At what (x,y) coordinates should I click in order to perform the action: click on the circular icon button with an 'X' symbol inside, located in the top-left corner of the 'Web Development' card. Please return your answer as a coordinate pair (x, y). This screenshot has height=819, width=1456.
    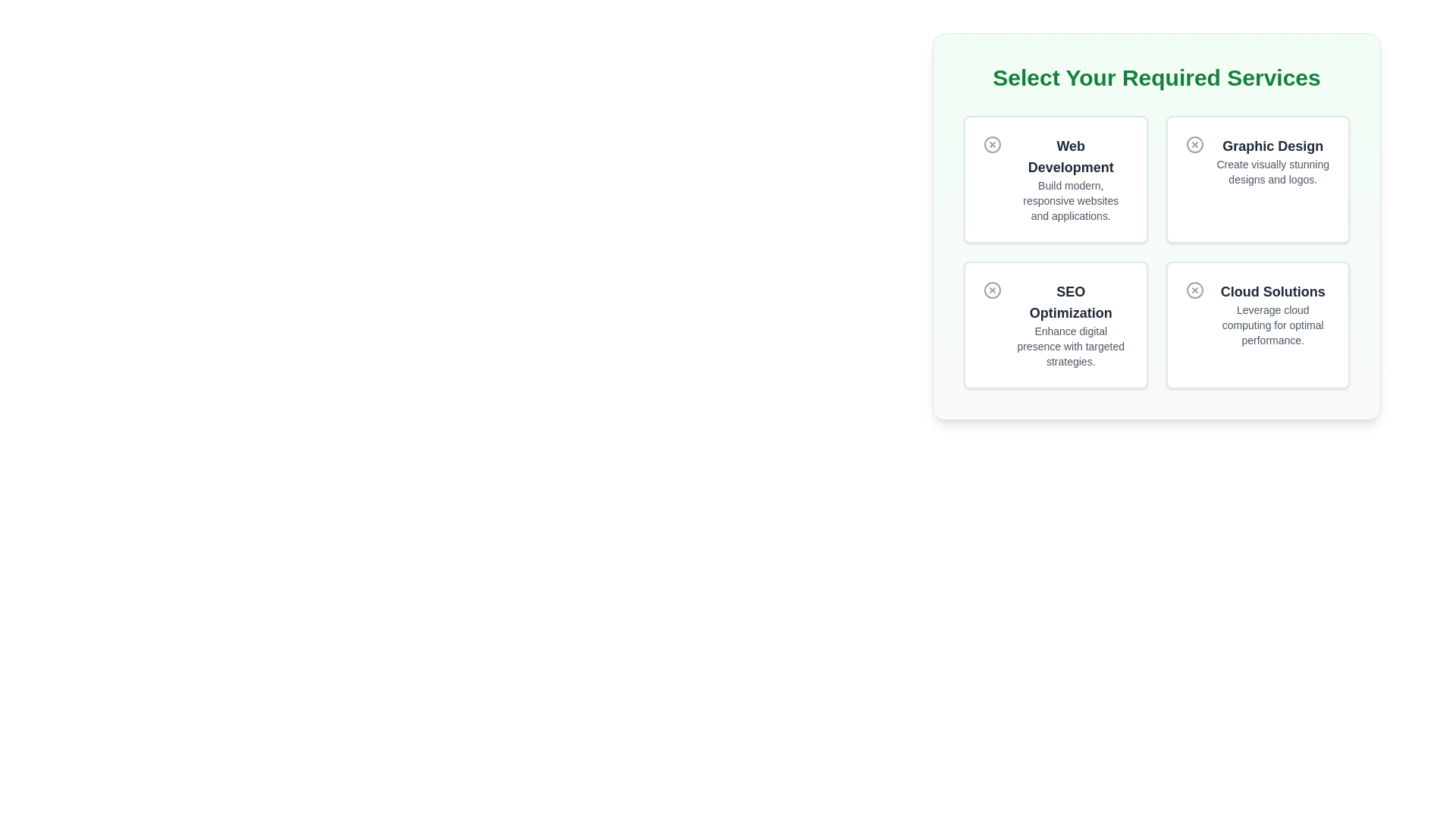
    Looking at the image, I should click on (993, 145).